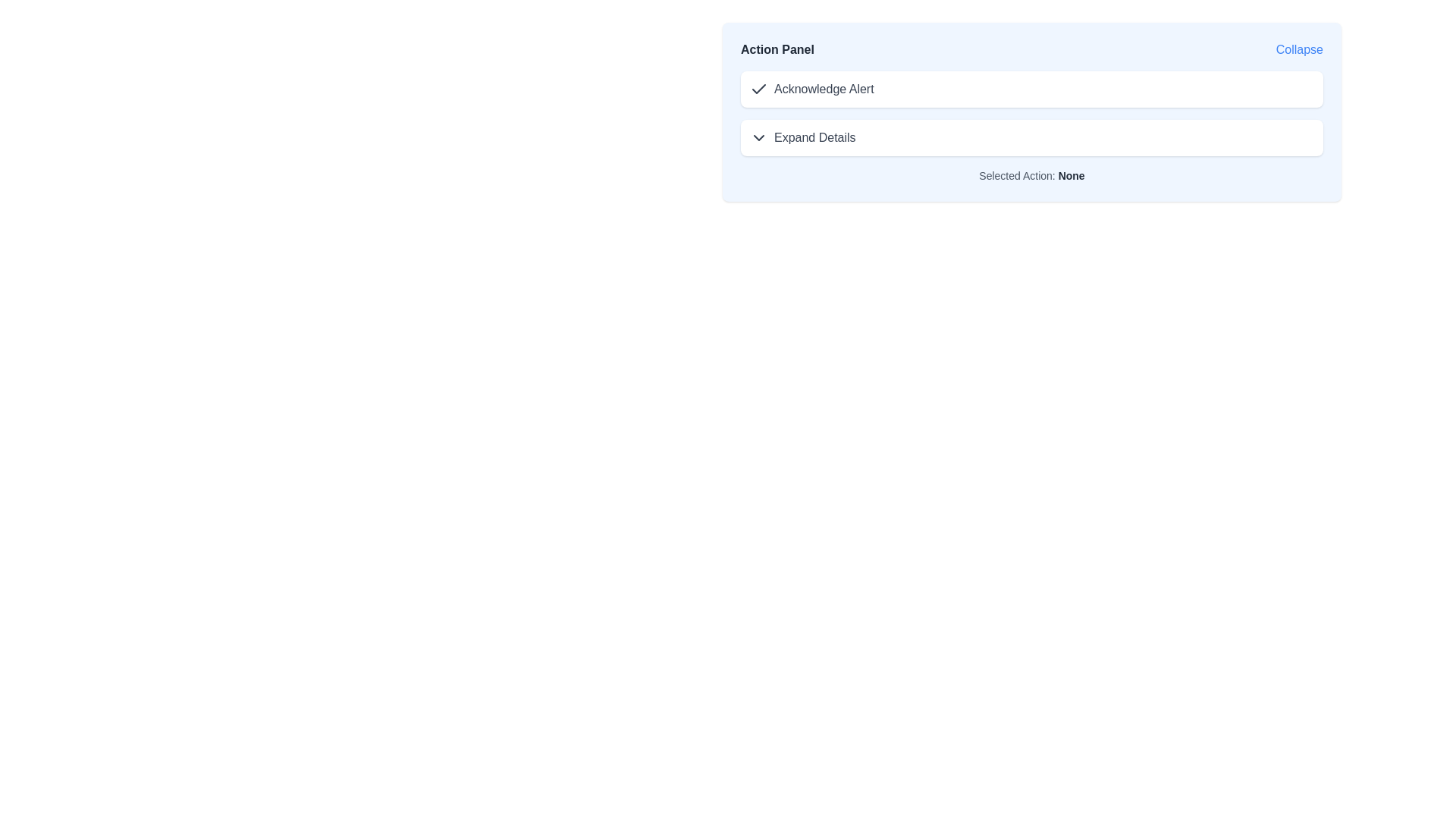  Describe the element at coordinates (759, 89) in the screenshot. I see `checkmark icon within the checkbox for the 'Acknowledge Alert' option in the Action Panel section of the interface` at that location.